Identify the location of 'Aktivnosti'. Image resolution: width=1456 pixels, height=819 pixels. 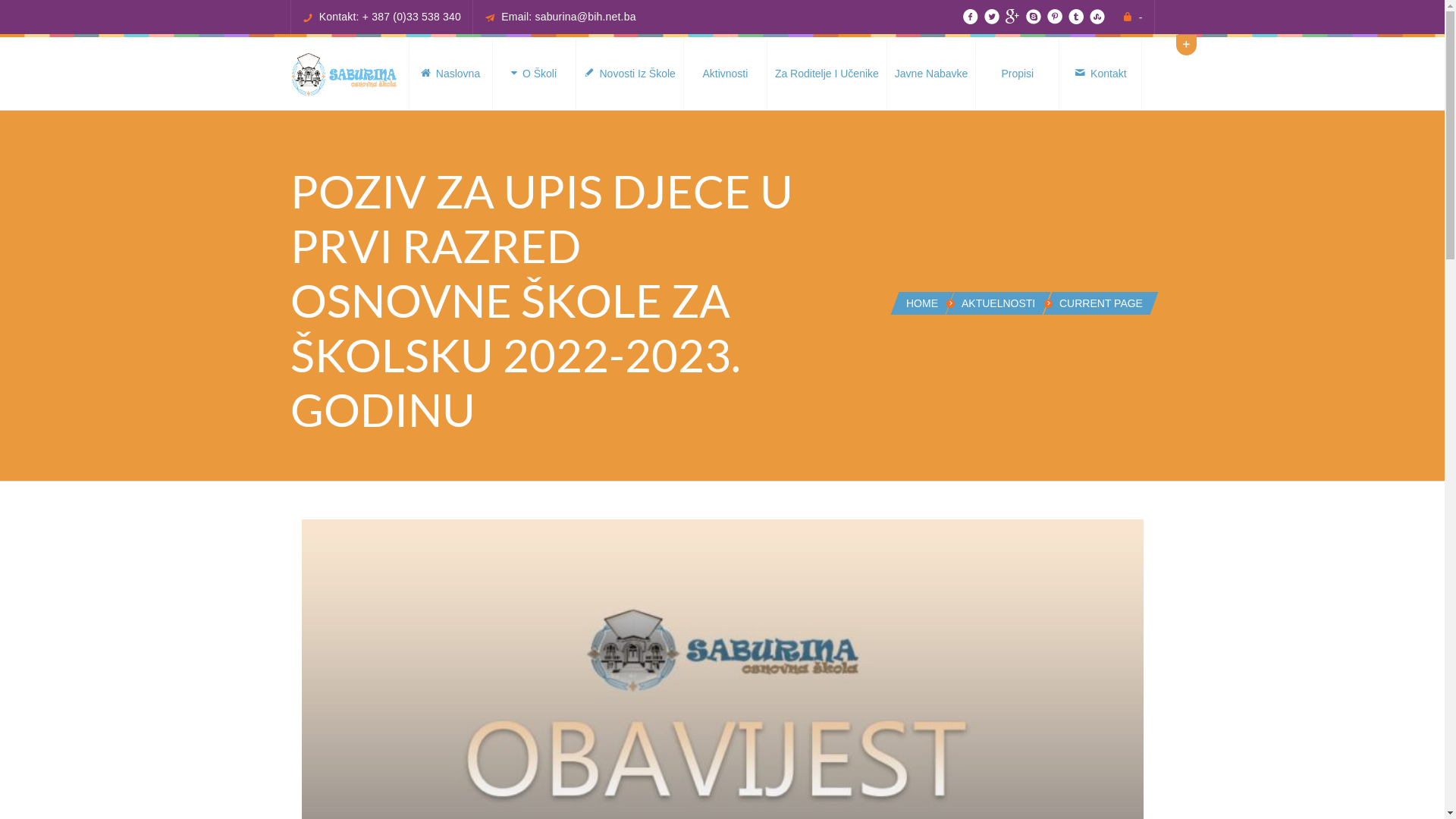
(723, 74).